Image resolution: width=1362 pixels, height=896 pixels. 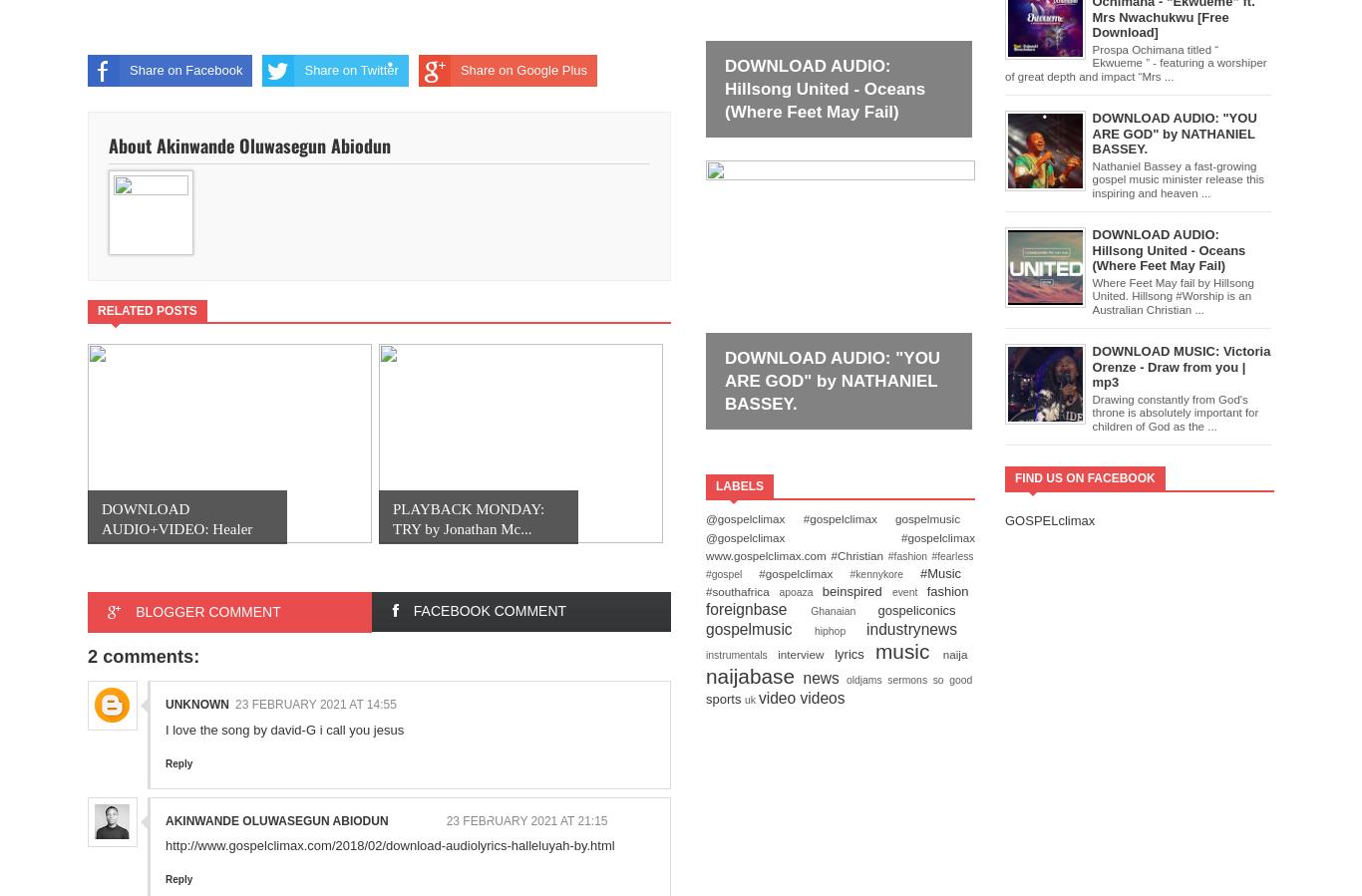 I want to click on 'industrynews', so click(x=911, y=627).